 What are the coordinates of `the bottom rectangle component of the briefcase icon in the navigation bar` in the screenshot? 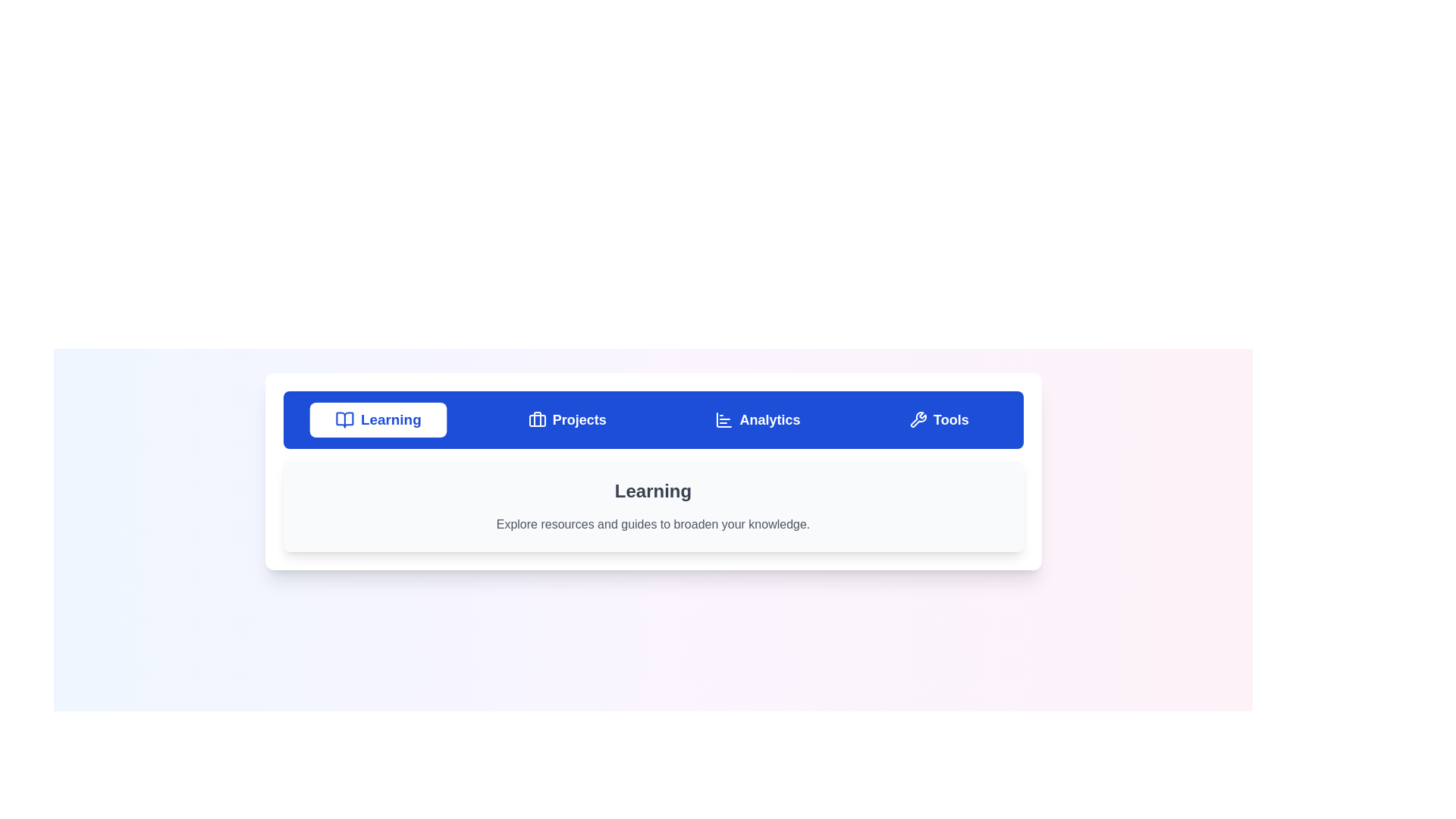 It's located at (537, 421).